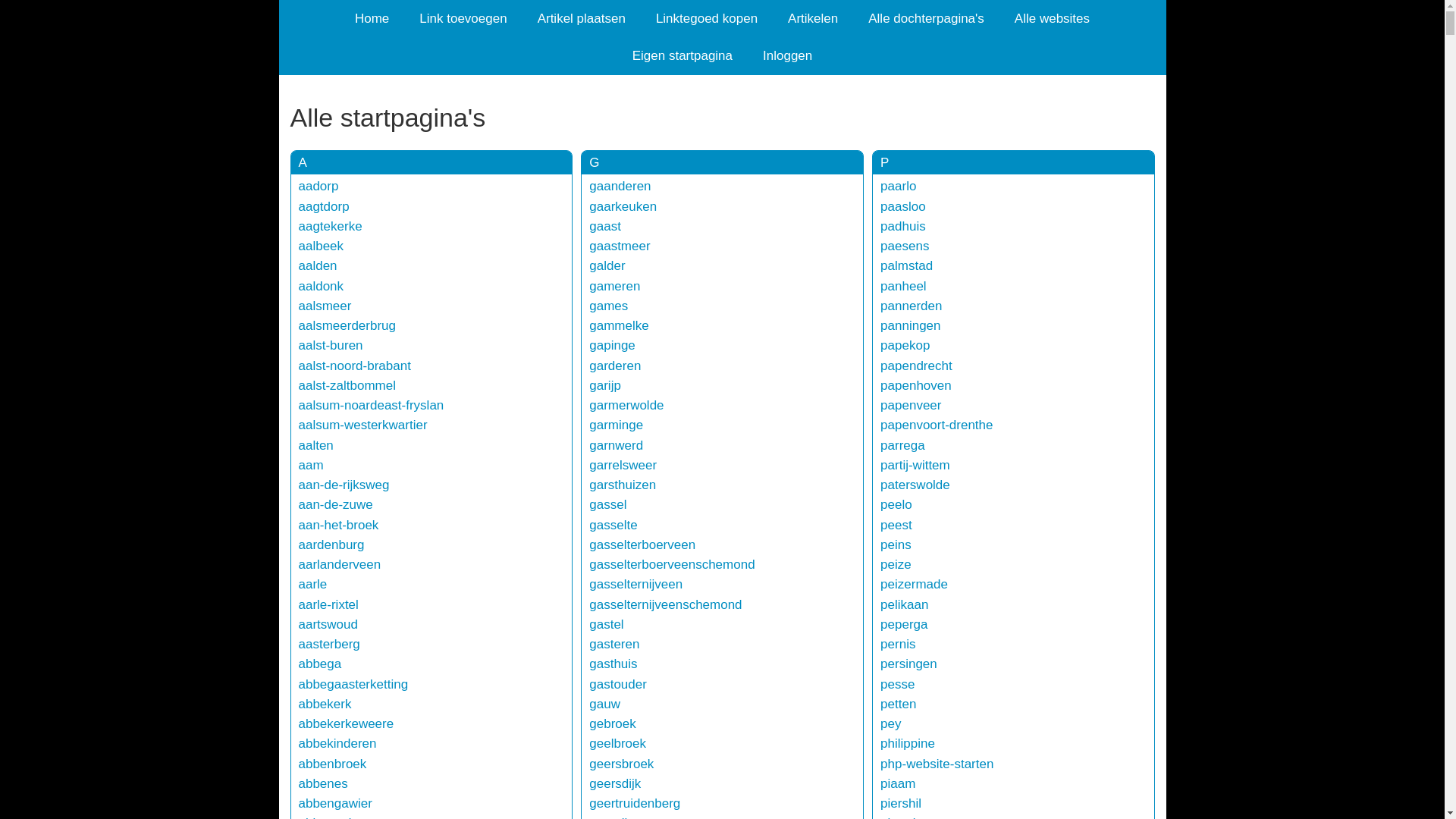 Image resolution: width=1456 pixels, height=819 pixels. Describe the element at coordinates (320, 286) in the screenshot. I see `'aaldonk'` at that location.